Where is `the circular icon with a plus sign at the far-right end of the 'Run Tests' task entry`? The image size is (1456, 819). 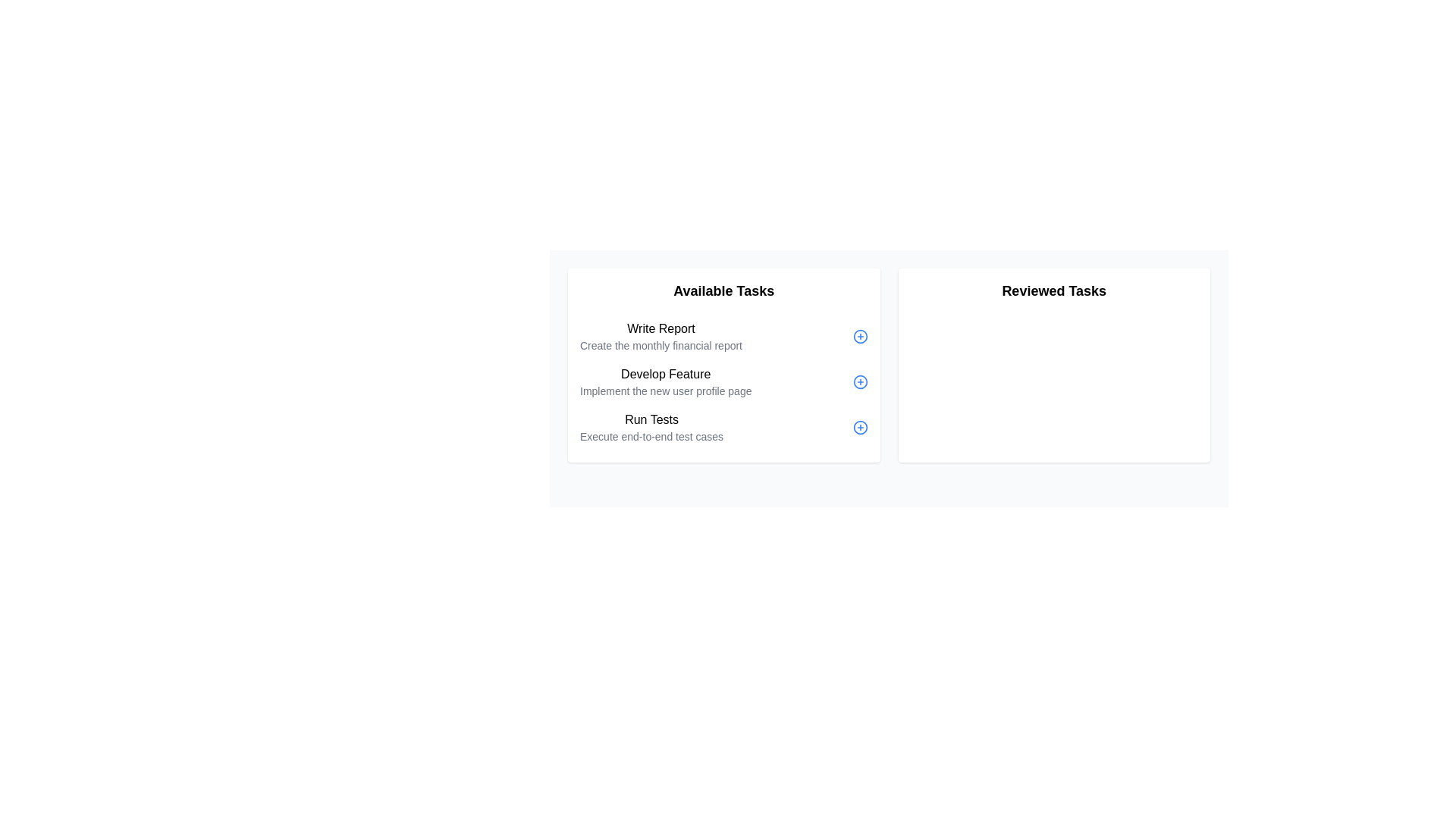
the circular icon with a plus sign at the far-right end of the 'Run Tests' task entry is located at coordinates (860, 427).